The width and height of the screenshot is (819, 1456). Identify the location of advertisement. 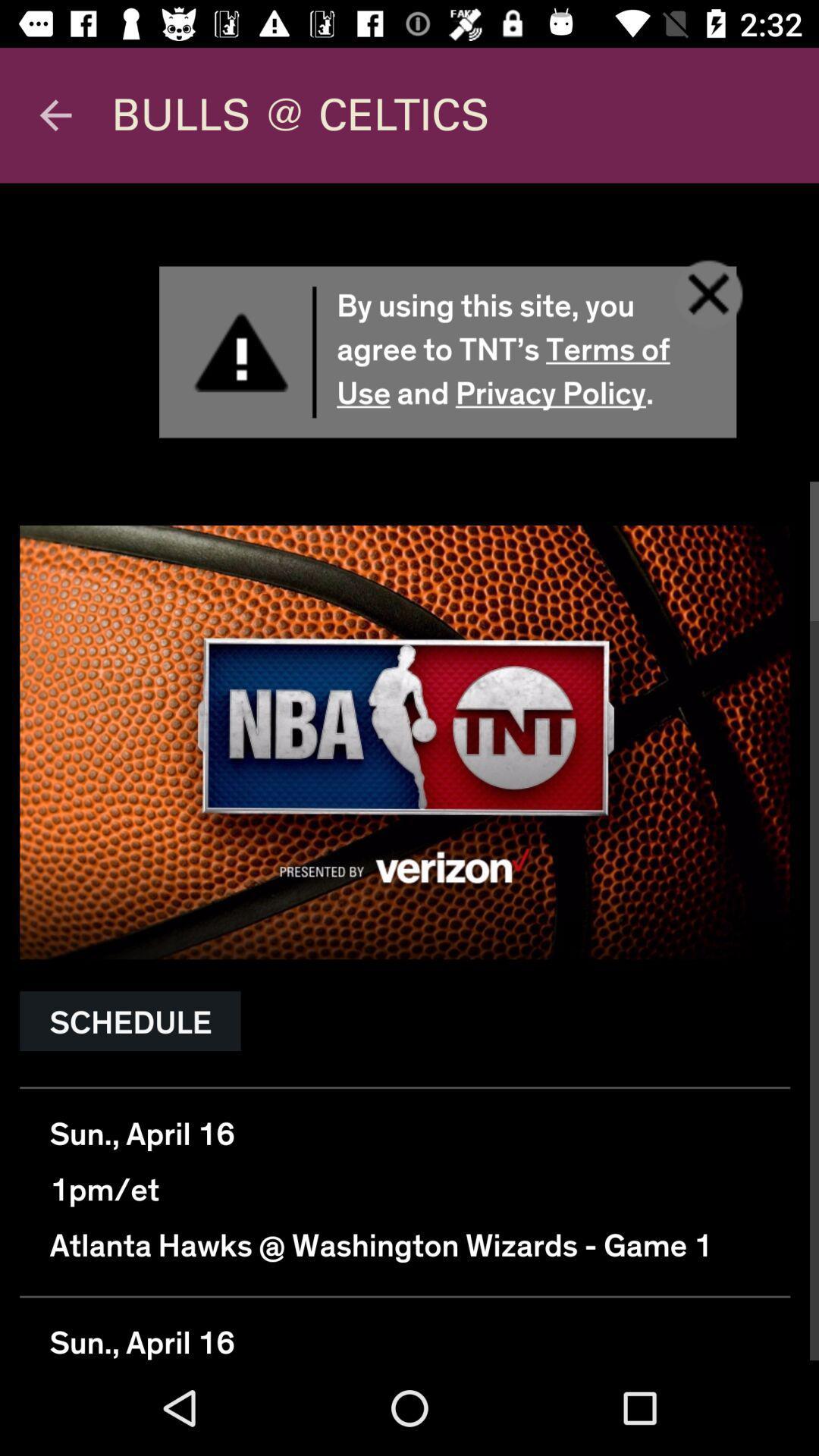
(409, 771).